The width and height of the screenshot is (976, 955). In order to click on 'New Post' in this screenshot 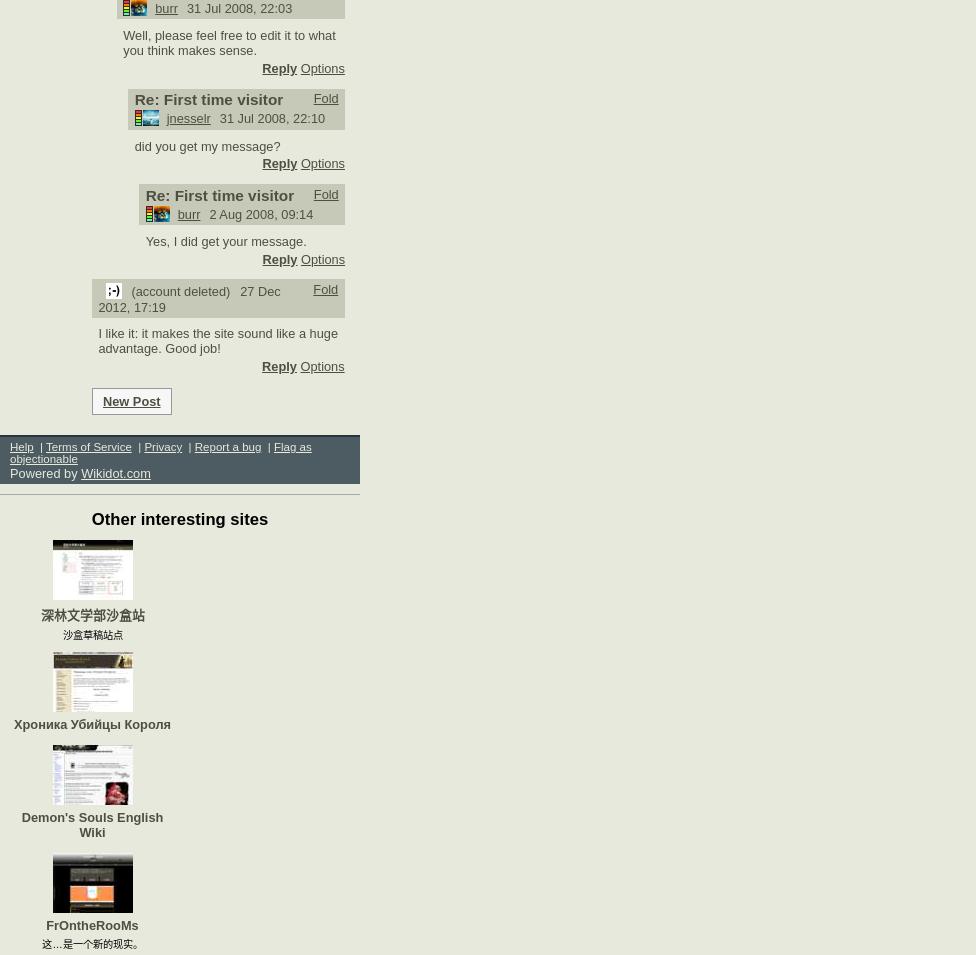, I will do `click(129, 400)`.